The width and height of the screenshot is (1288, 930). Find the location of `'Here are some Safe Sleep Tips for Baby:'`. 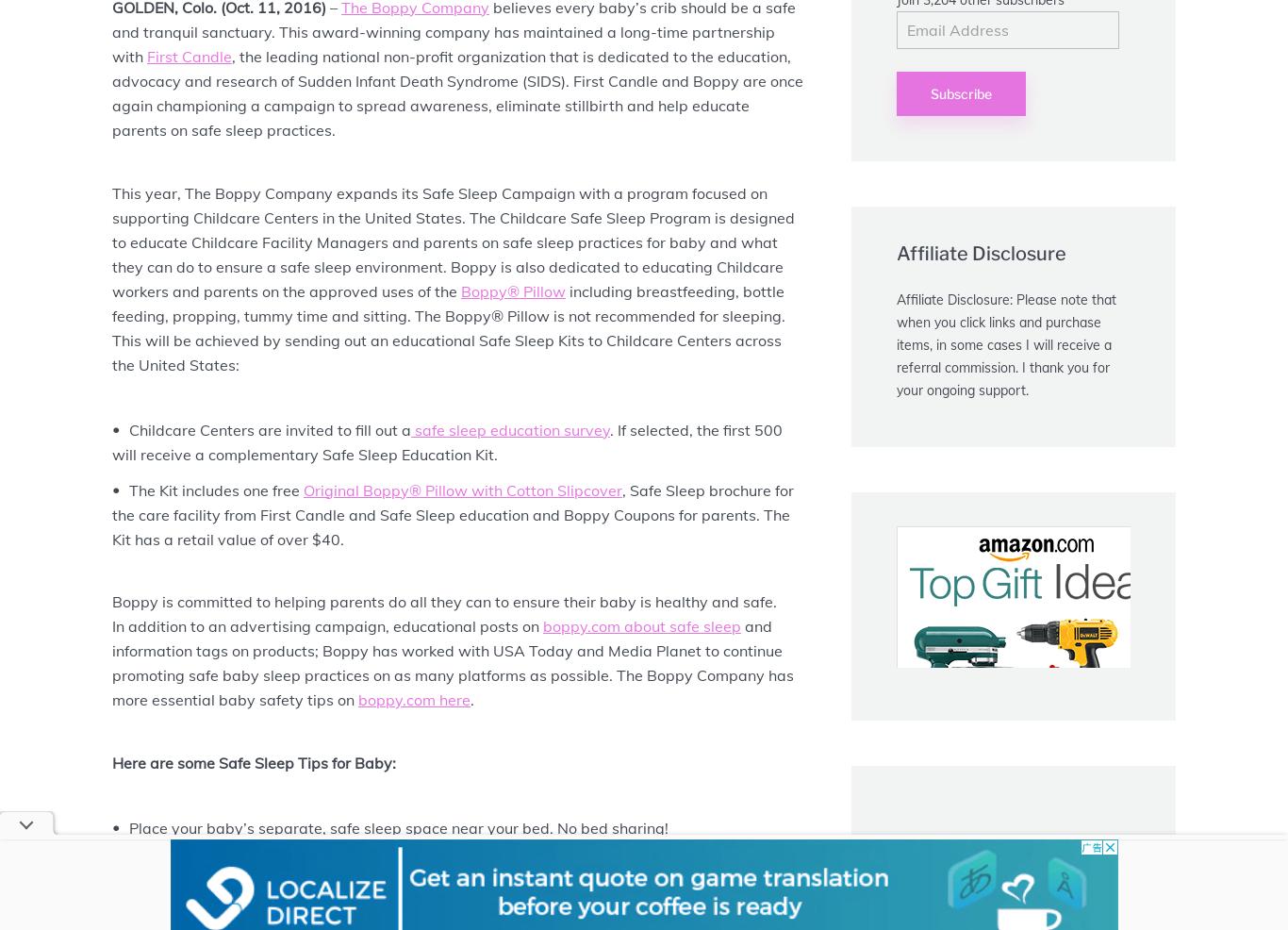

'Here are some Safe Sleep Tips for Baby:' is located at coordinates (256, 763).